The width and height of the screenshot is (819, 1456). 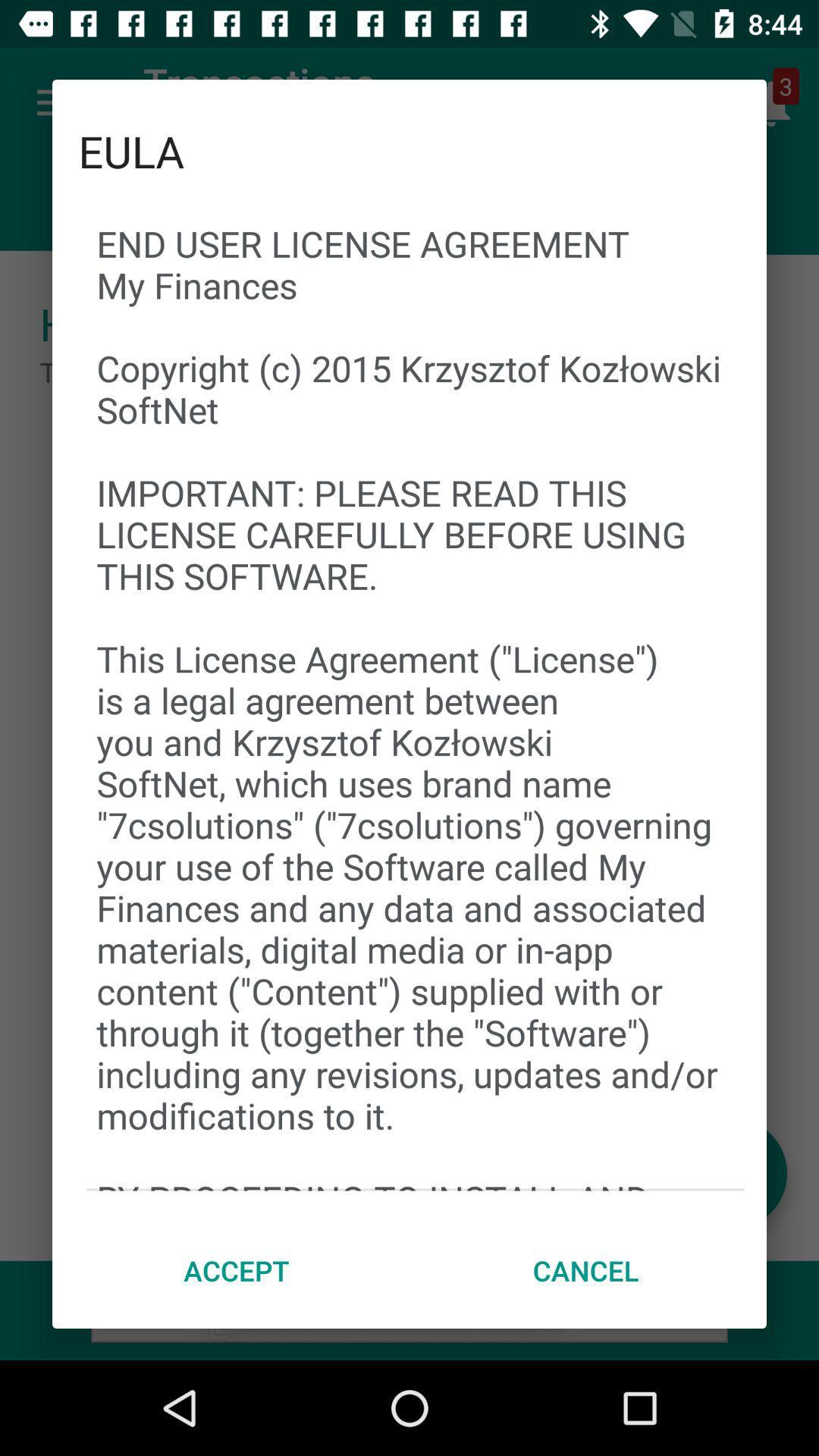 I want to click on item below end user license item, so click(x=237, y=1270).